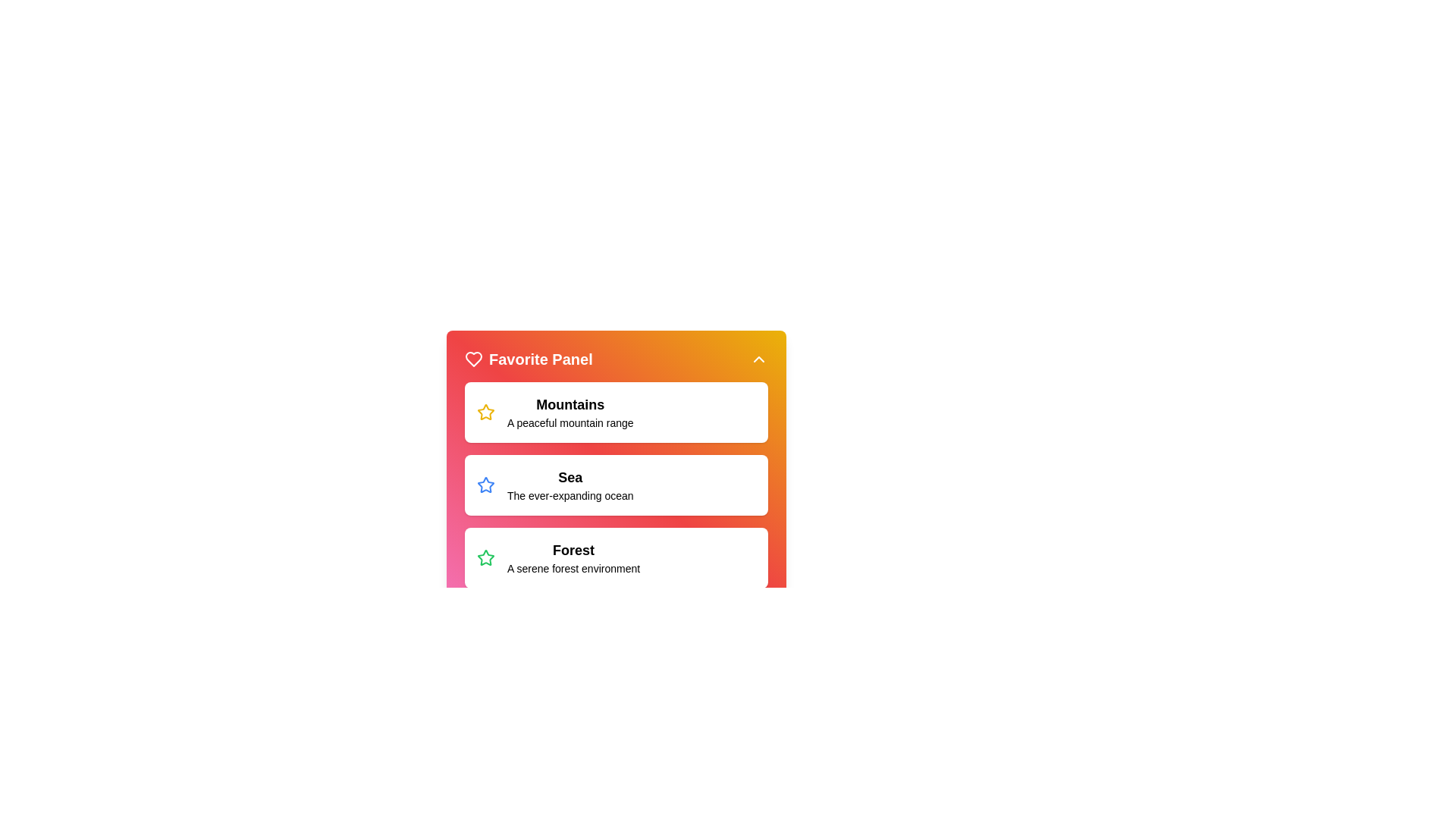  I want to click on the second box displaying information about the 'Sea' category, which is located between the 'Mountains' and 'Forest' boxes, so click(616, 485).